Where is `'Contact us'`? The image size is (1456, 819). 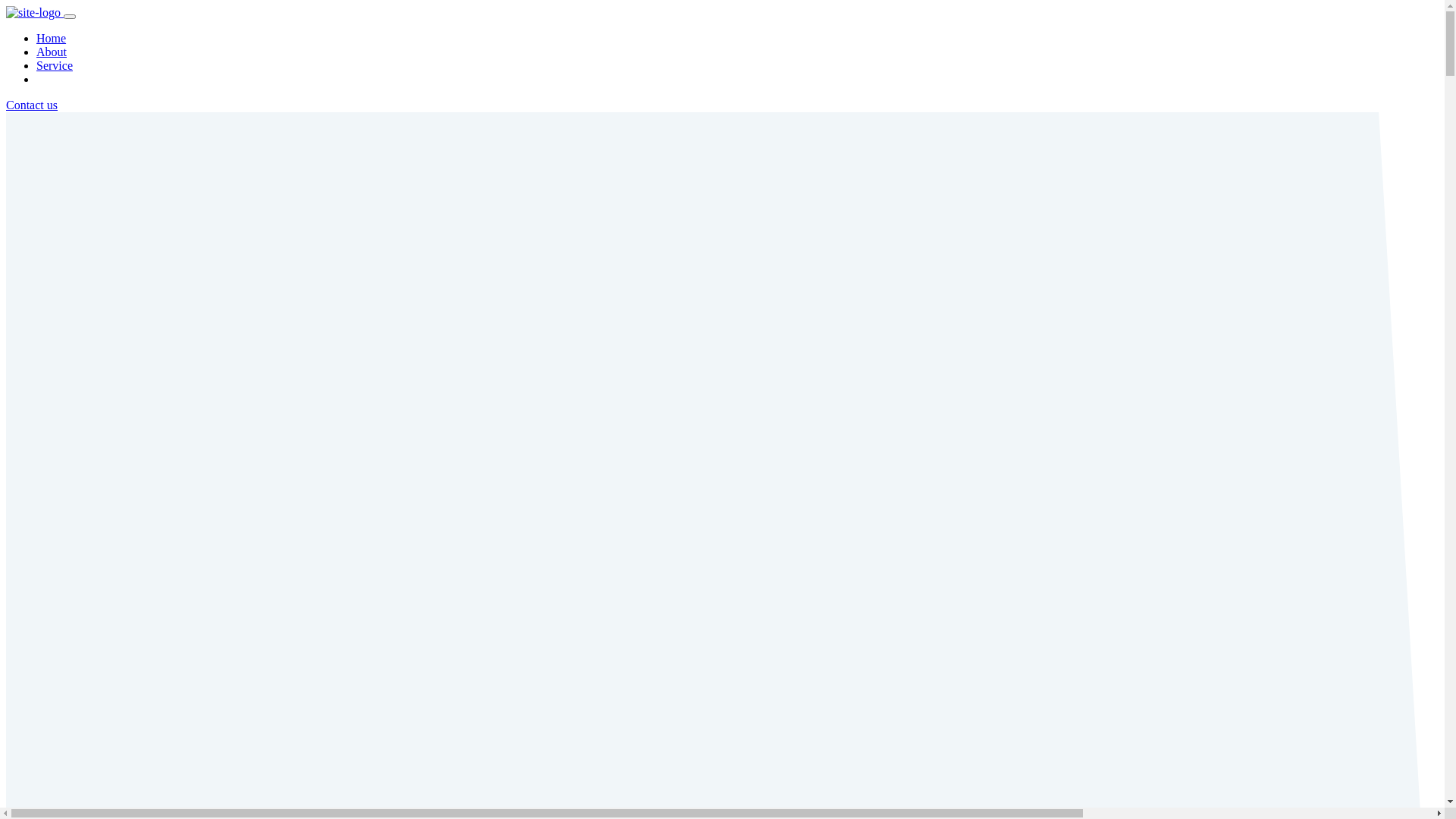
'Contact us' is located at coordinates (6, 104).